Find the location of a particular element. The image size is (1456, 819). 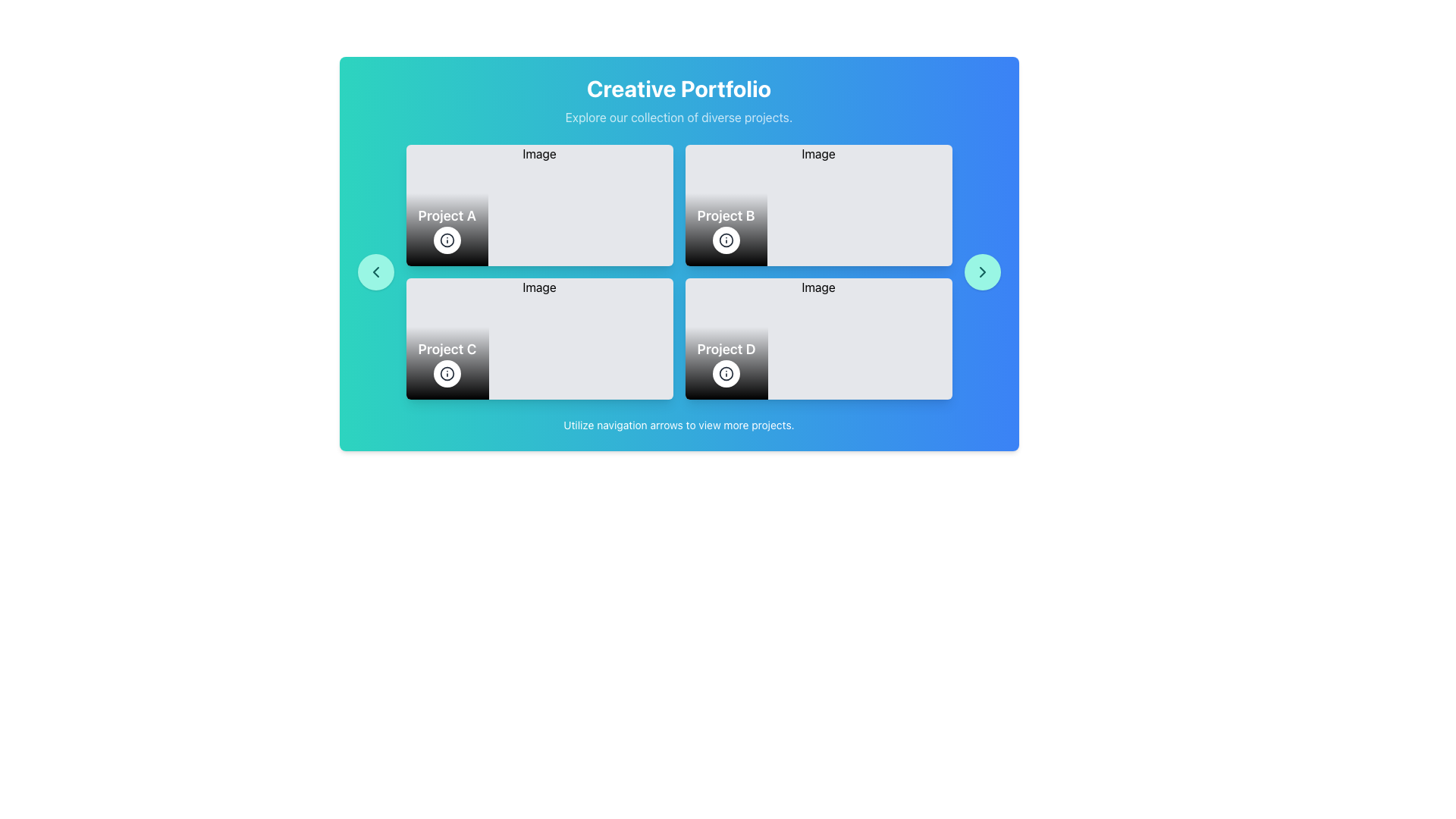

the information icon located at the bottom-right of the 'Project D' card is located at coordinates (726, 374).